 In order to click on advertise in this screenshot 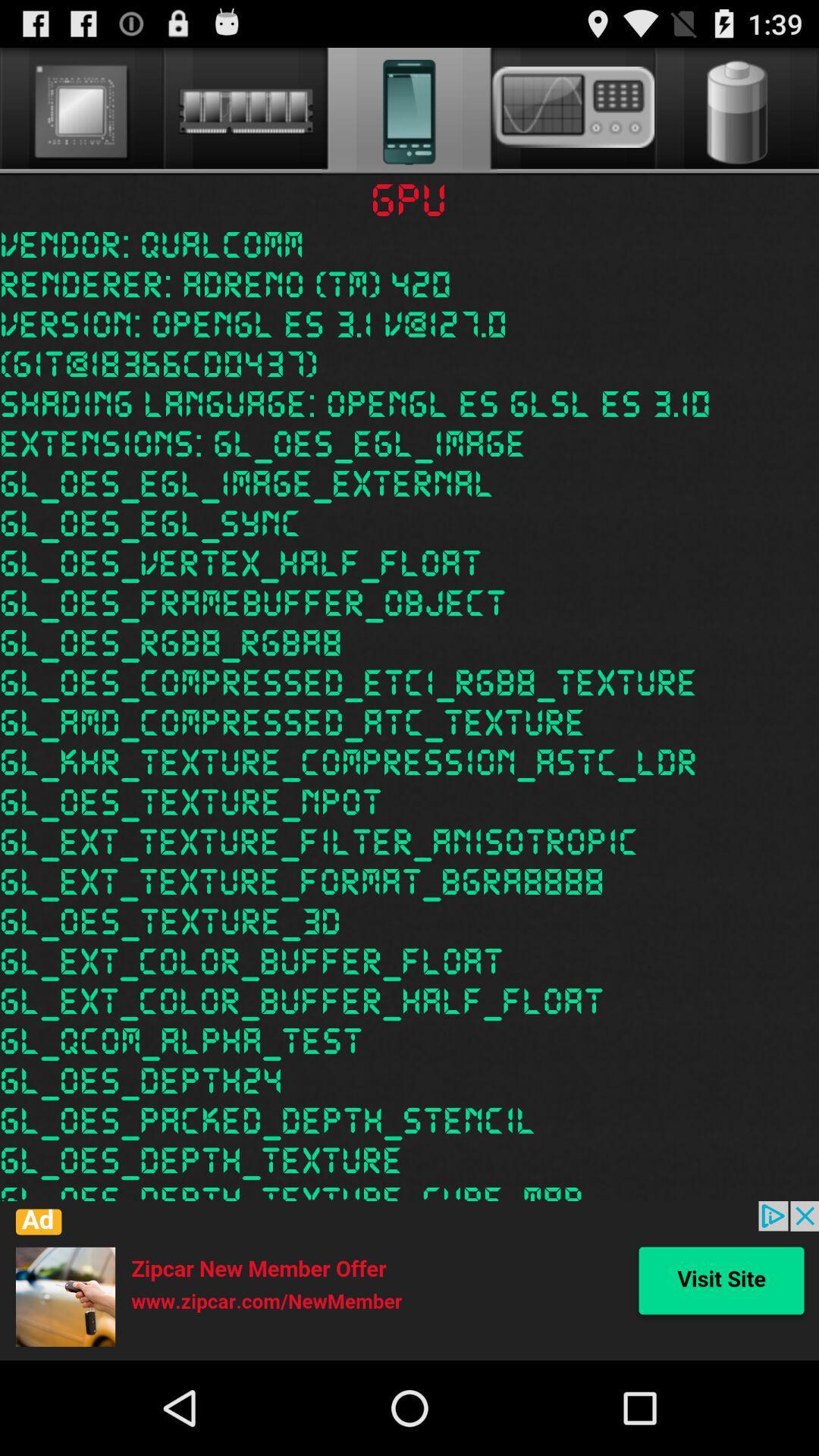, I will do `click(409, 1280)`.